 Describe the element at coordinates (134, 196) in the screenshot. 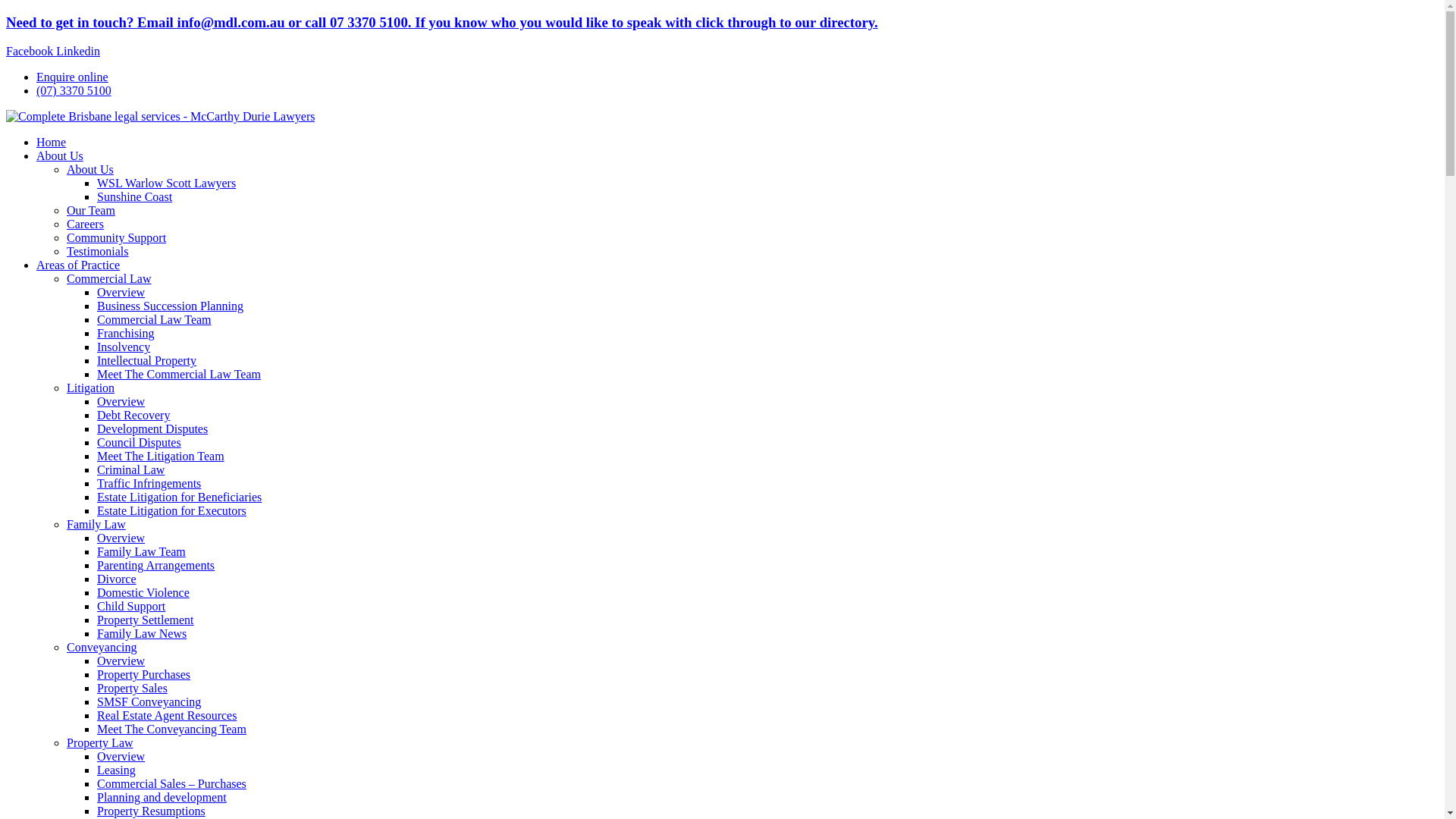

I see `'Sunshine Coast'` at that location.